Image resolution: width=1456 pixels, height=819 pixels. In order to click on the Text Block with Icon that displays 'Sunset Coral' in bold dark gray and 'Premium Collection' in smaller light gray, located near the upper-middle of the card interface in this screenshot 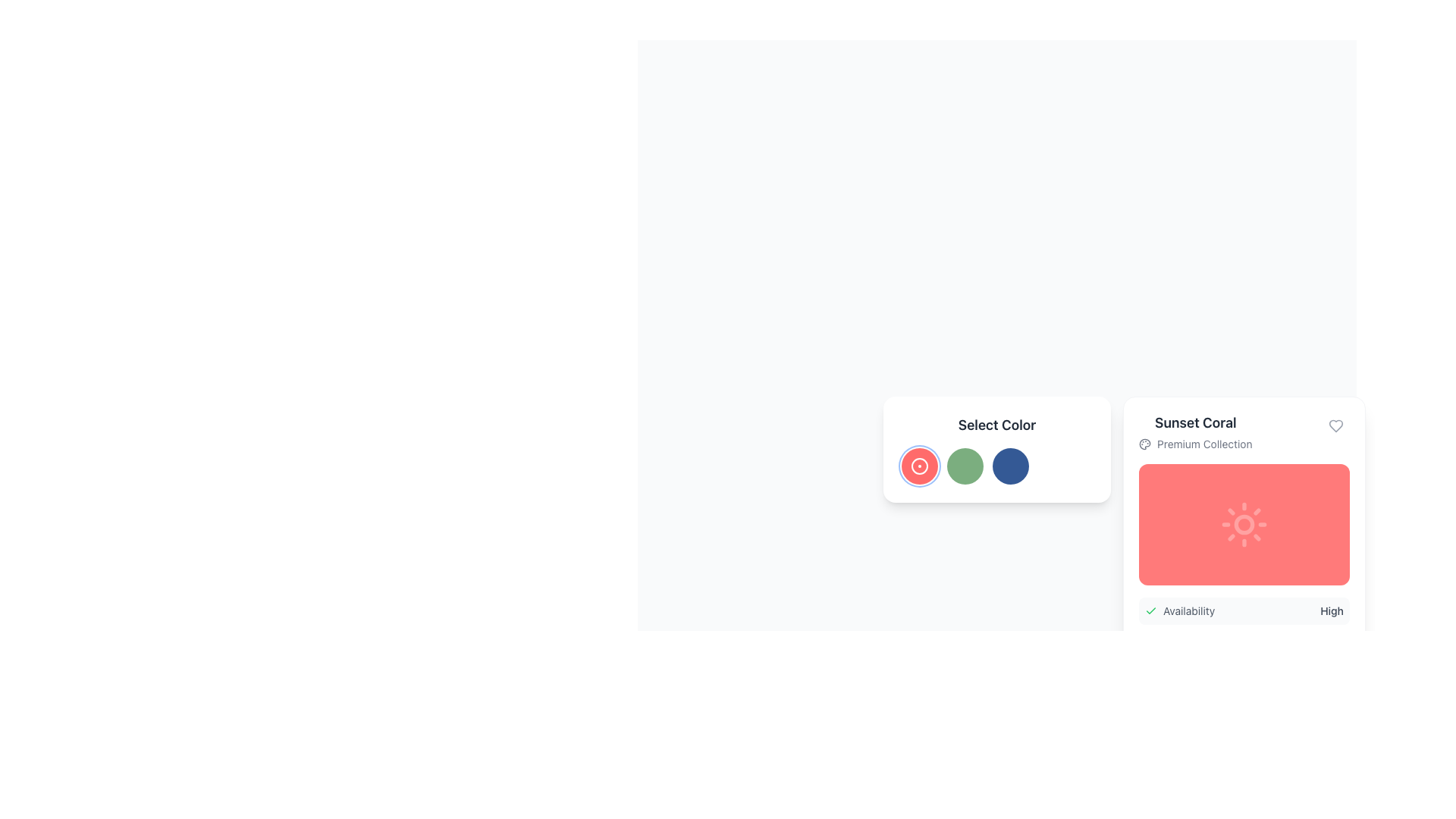, I will do `click(1194, 432)`.